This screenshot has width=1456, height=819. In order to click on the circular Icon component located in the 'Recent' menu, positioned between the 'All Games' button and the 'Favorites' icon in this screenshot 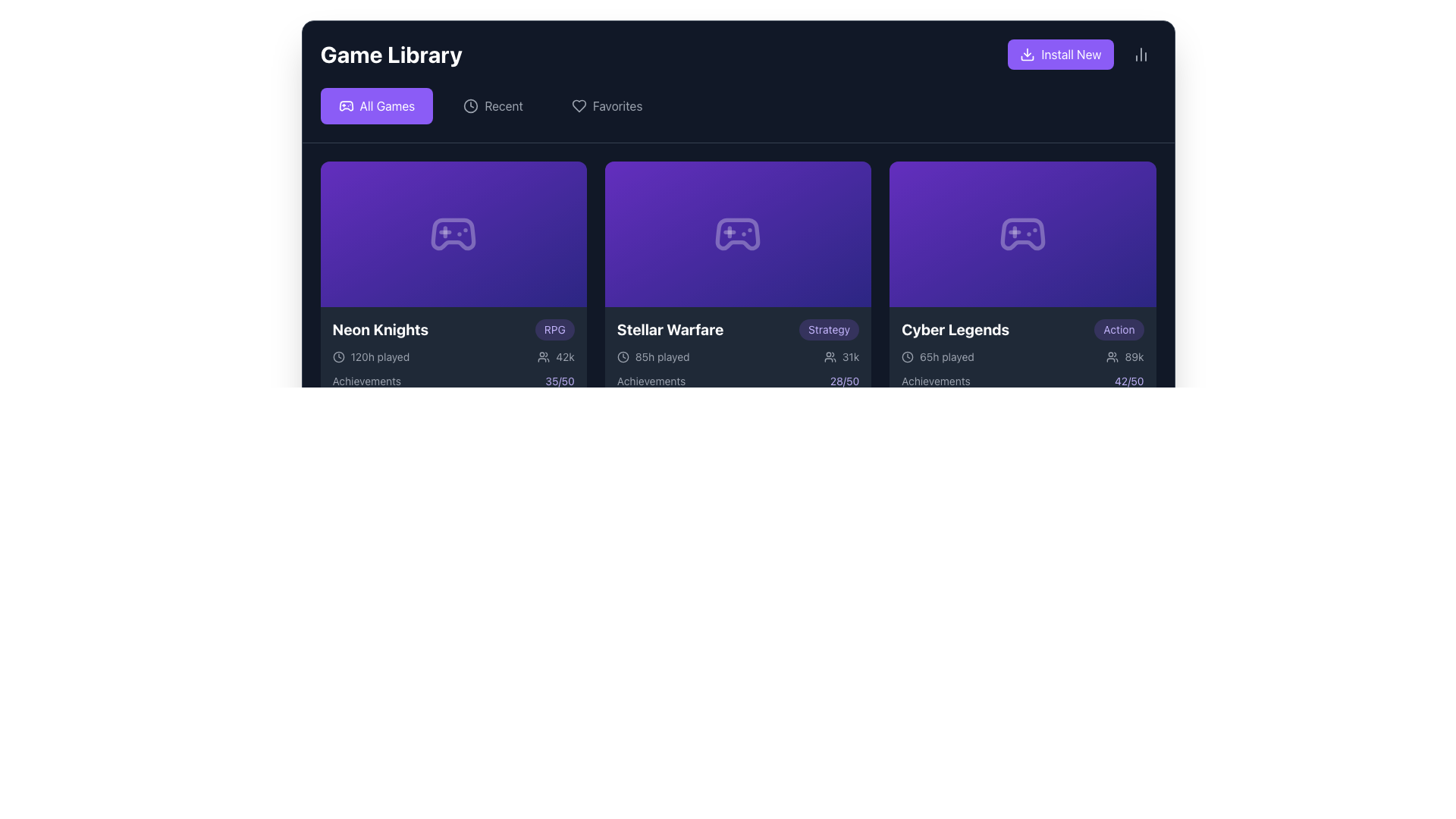, I will do `click(470, 105)`.